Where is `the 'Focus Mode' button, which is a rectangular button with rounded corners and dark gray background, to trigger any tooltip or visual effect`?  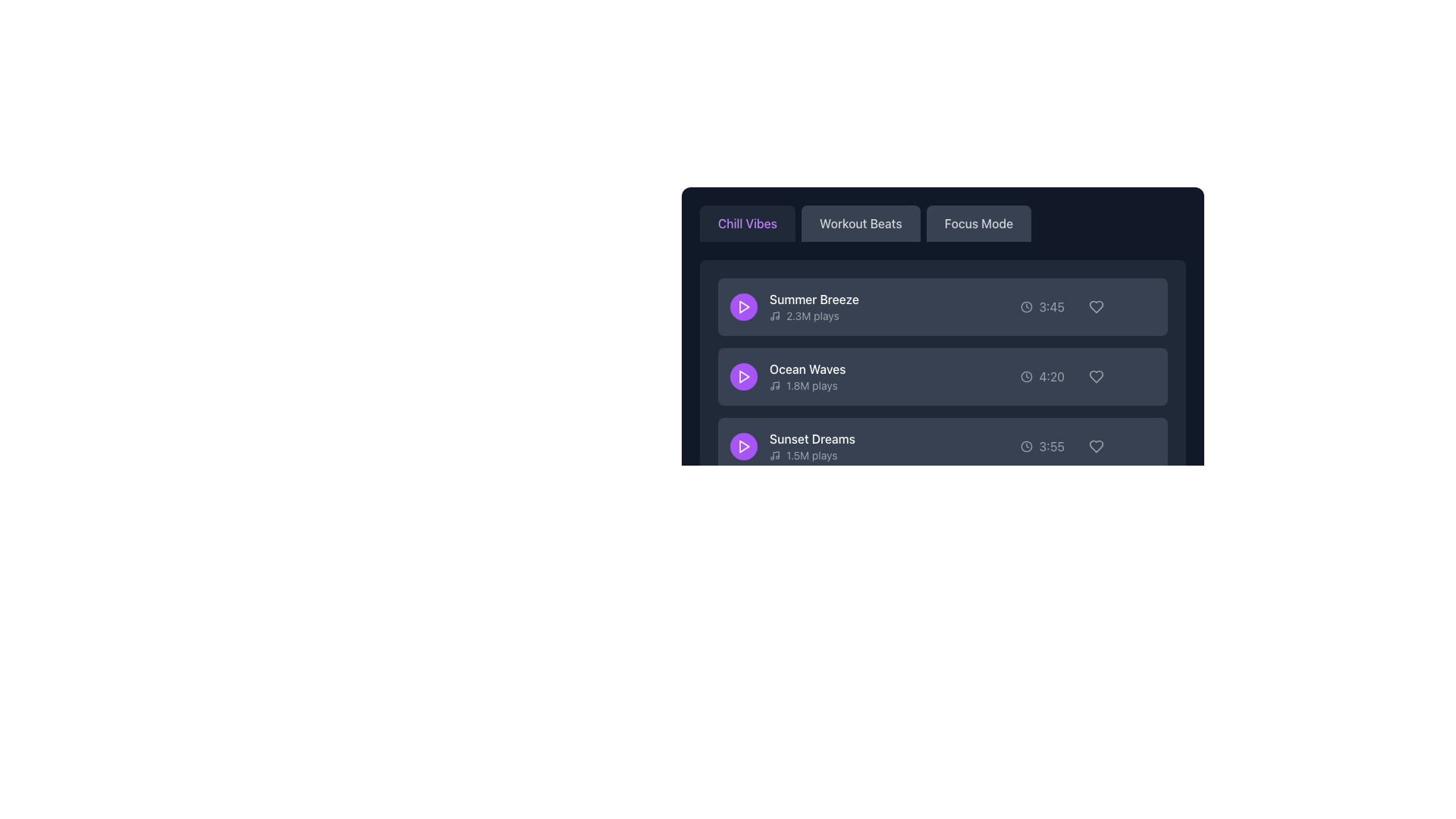
the 'Focus Mode' button, which is a rectangular button with rounded corners and dark gray background, to trigger any tooltip or visual effect is located at coordinates (978, 223).